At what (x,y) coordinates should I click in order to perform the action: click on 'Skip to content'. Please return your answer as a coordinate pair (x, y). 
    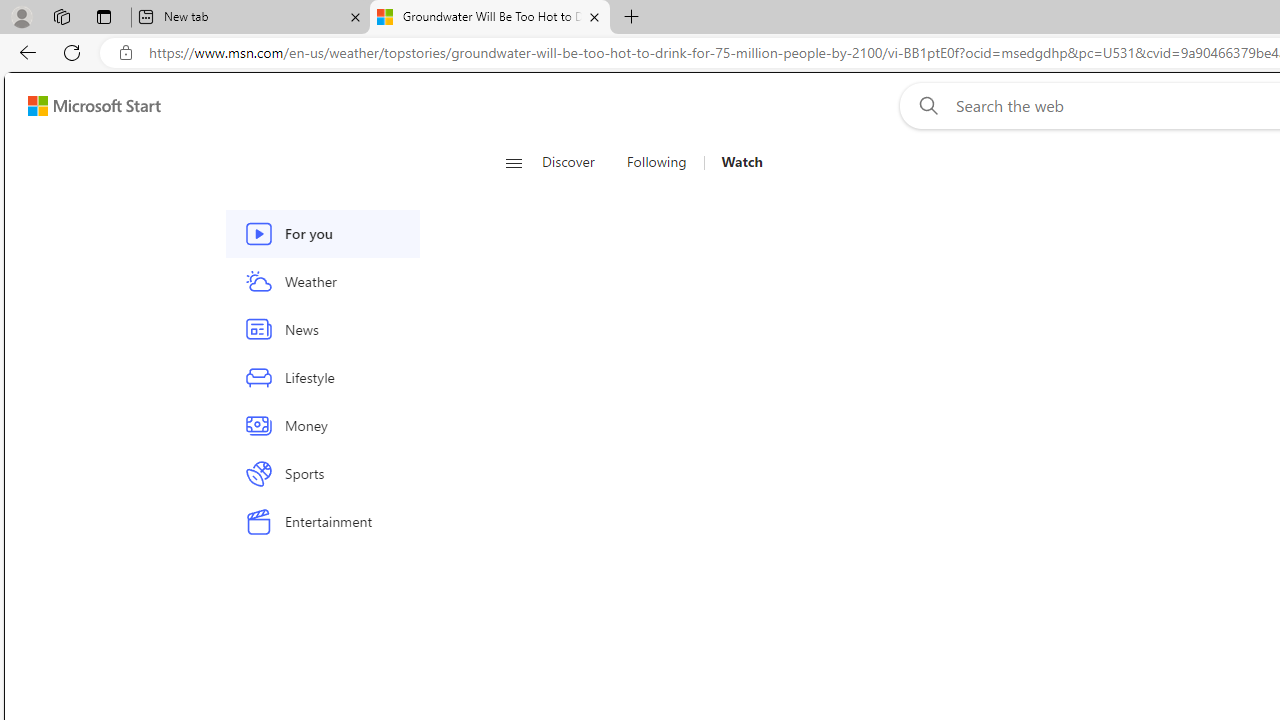
    Looking at the image, I should click on (86, 105).